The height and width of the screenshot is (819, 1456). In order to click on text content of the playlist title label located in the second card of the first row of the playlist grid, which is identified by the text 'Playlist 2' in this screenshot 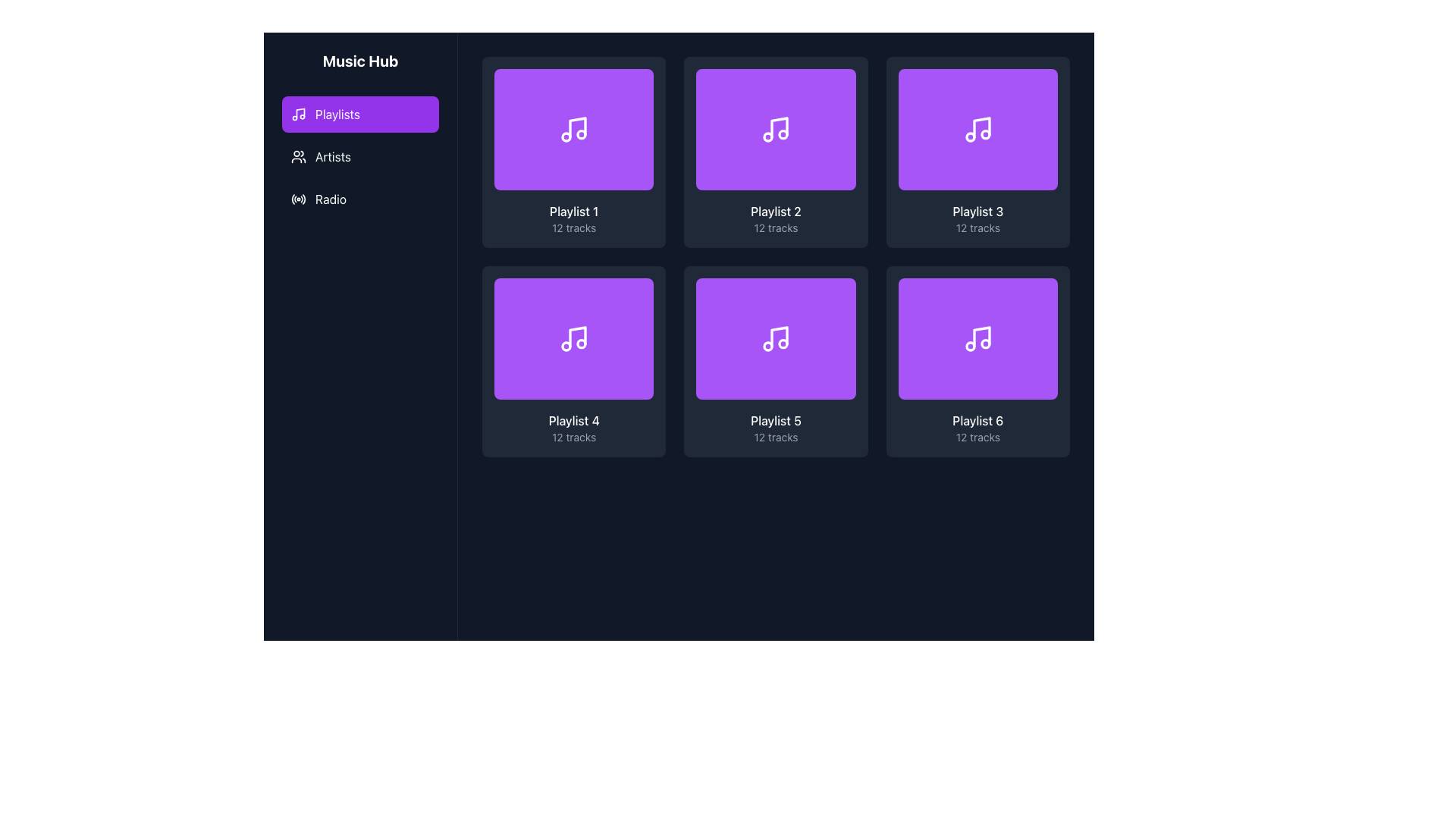, I will do `click(776, 211)`.